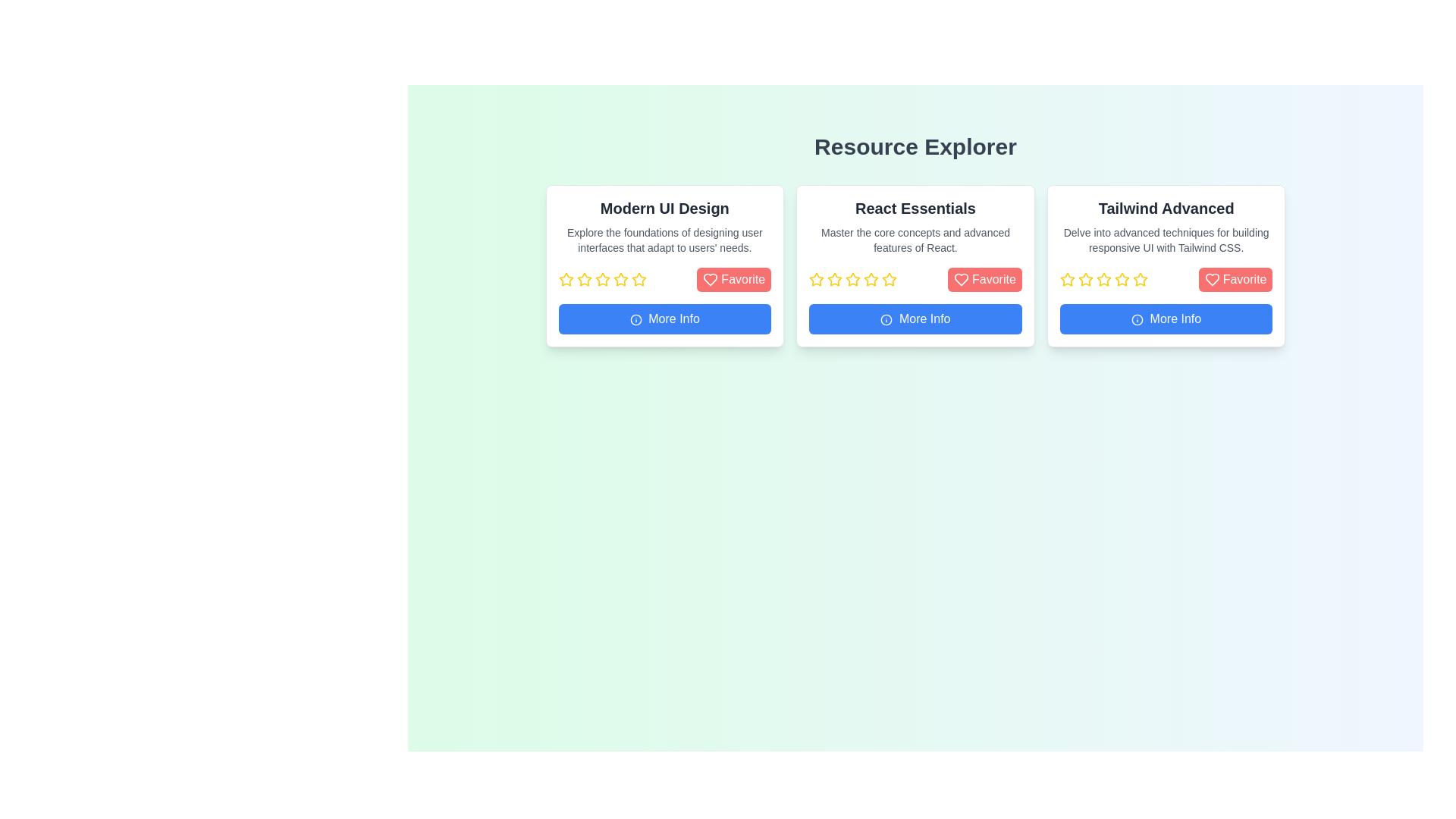  What do you see at coordinates (855, 280) in the screenshot?
I see `the highlighted golden five-pointed star icon, which is the third star in a row of five stars within the rating section of the 'React Essentials' card` at bounding box center [855, 280].